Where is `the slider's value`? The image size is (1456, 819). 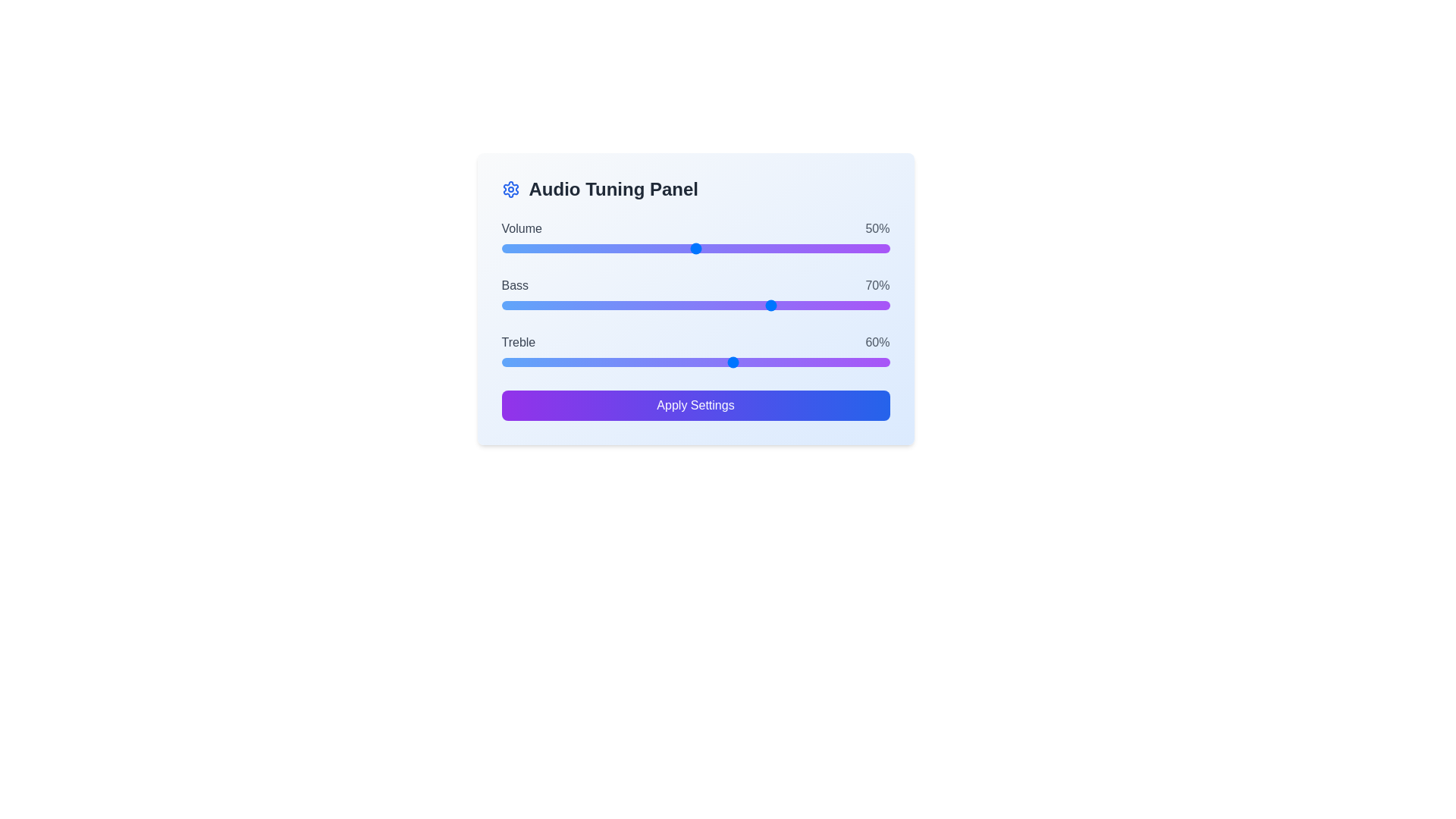 the slider's value is located at coordinates (582, 362).